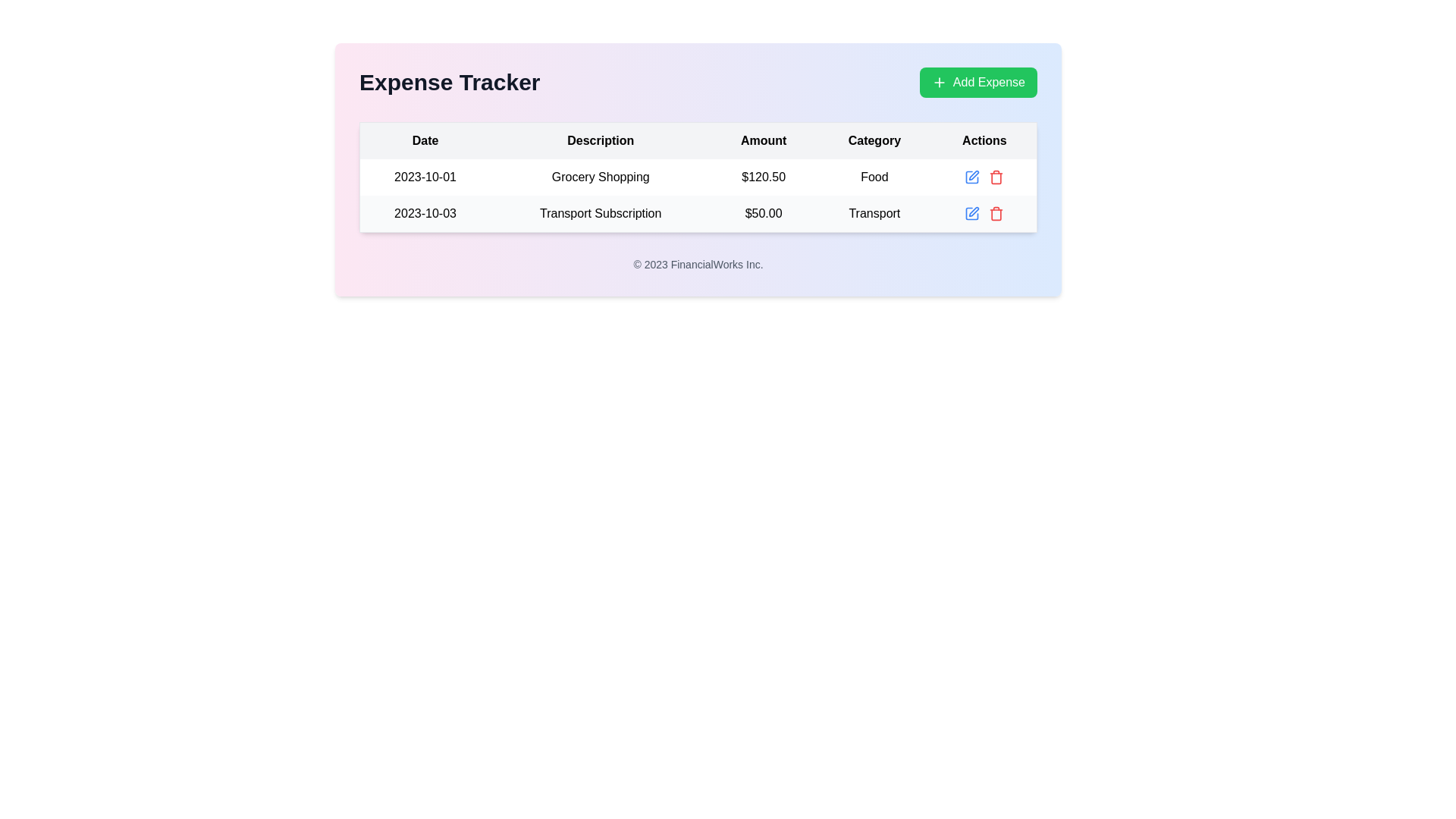  I want to click on the 'Description' text label, which is a medium-bold font header in the second column of the table, positioned between 'Date' and 'Amount', so click(600, 140).